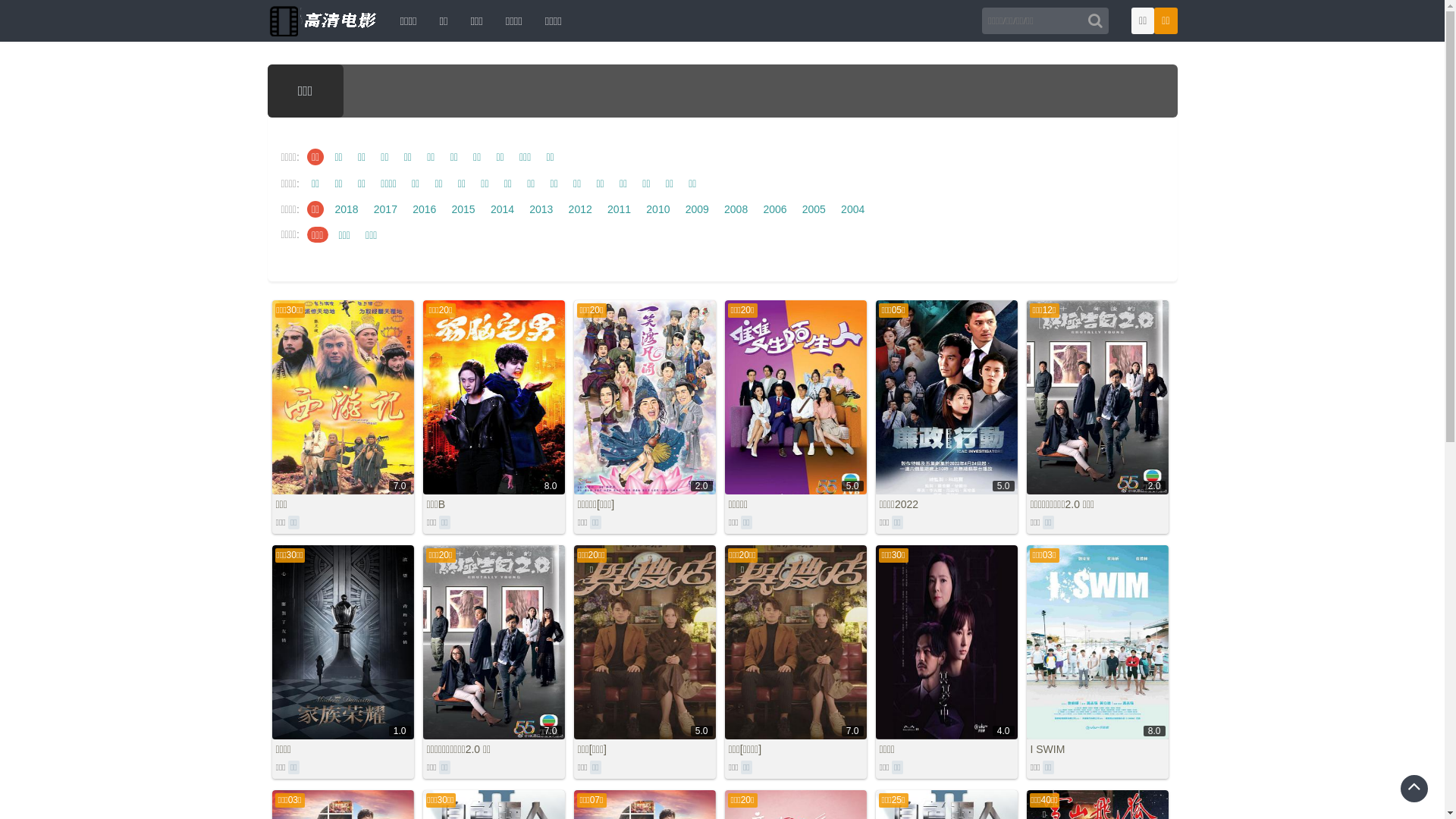 This screenshot has width=1456, height=819. What do you see at coordinates (736, 209) in the screenshot?
I see `'2008'` at bounding box center [736, 209].